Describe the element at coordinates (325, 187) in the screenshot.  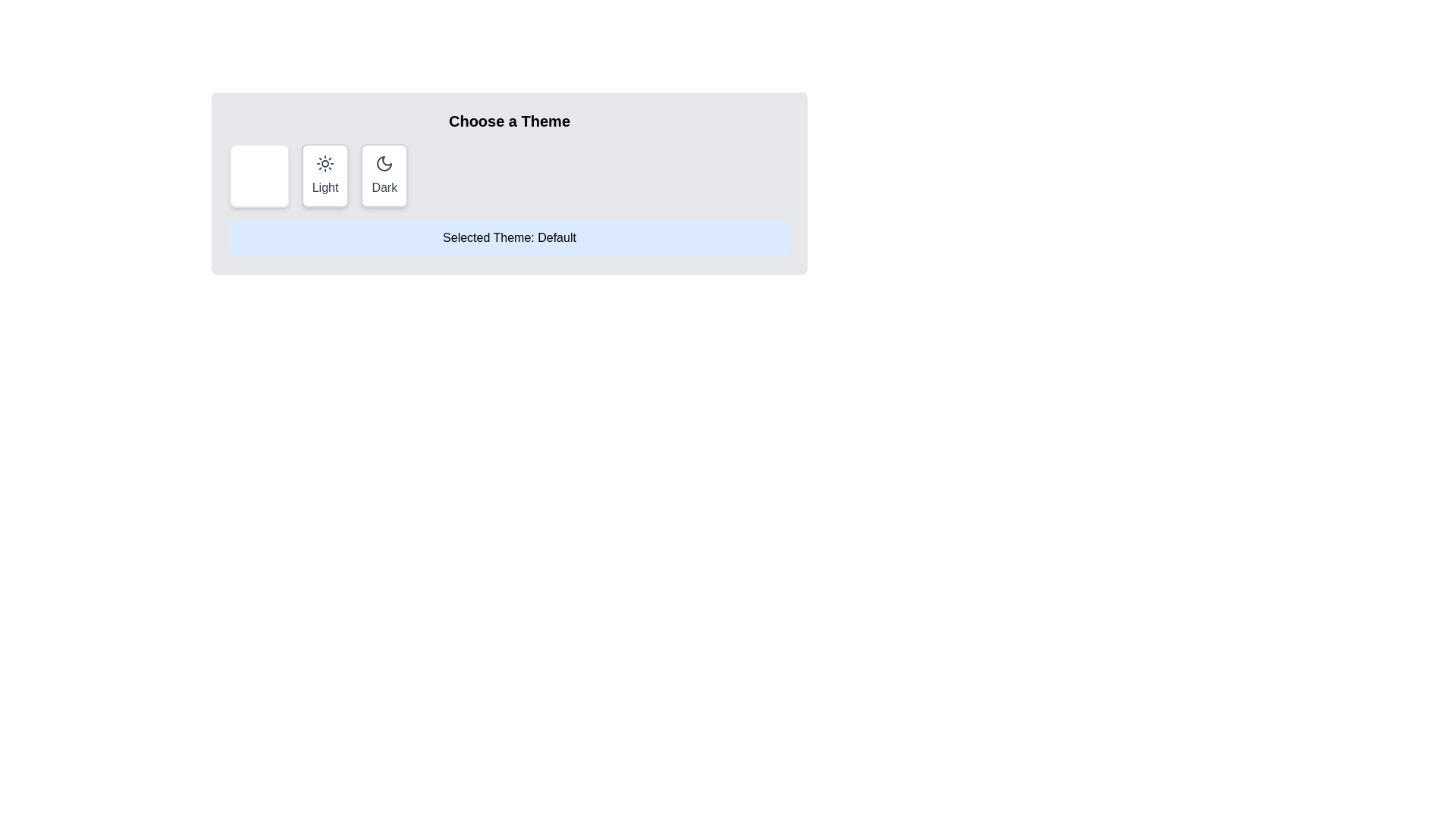
I see `the text label reading 'Light', which is styled with a medium-weight font and positioned below a light icon within a card-style component` at that location.